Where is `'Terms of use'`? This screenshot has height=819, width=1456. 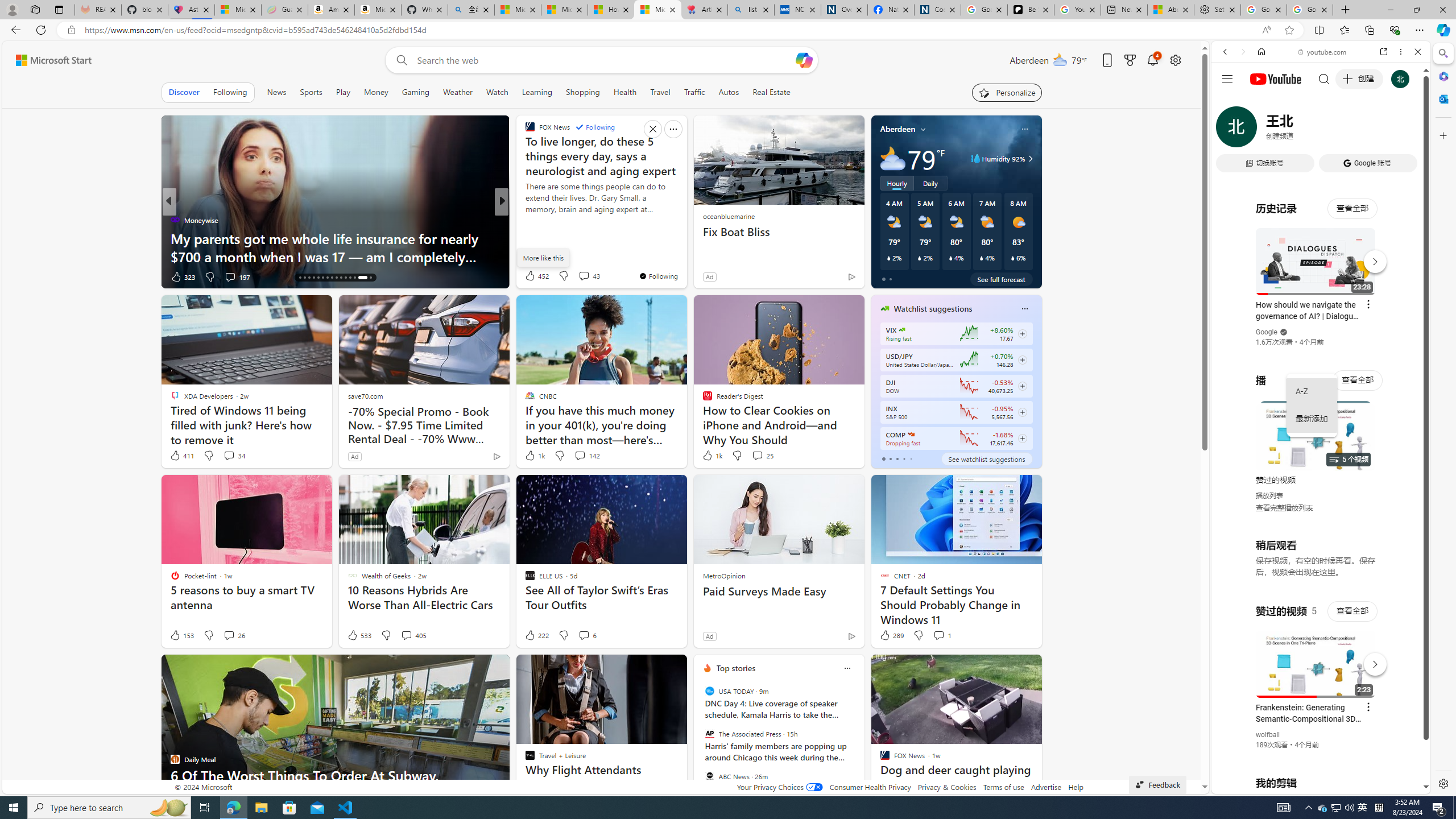 'Terms of use' is located at coordinates (1004, 786).